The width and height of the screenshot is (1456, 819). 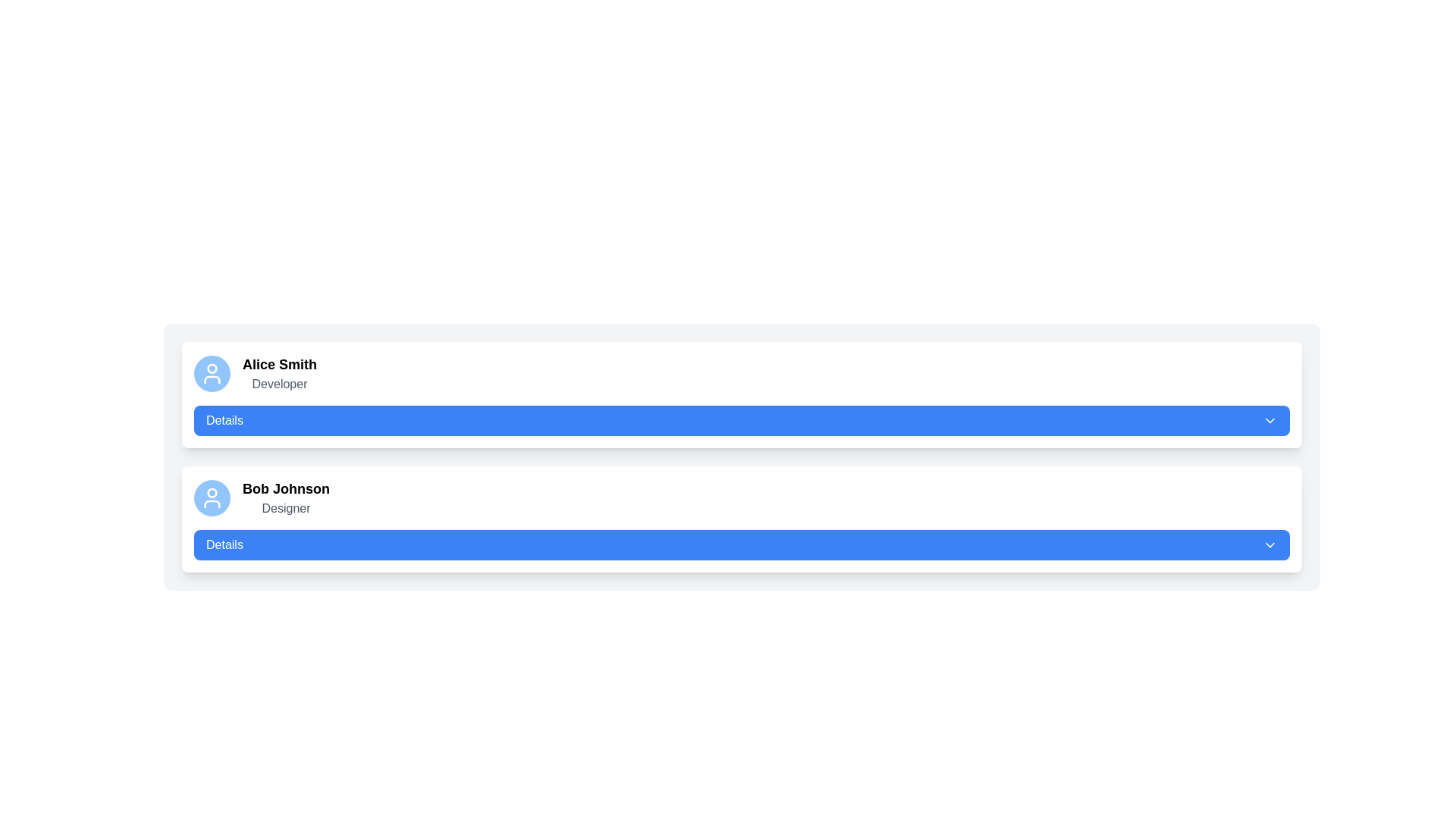 What do you see at coordinates (286, 488) in the screenshot?
I see `the text label displaying the name 'Bob Johnson'` at bounding box center [286, 488].